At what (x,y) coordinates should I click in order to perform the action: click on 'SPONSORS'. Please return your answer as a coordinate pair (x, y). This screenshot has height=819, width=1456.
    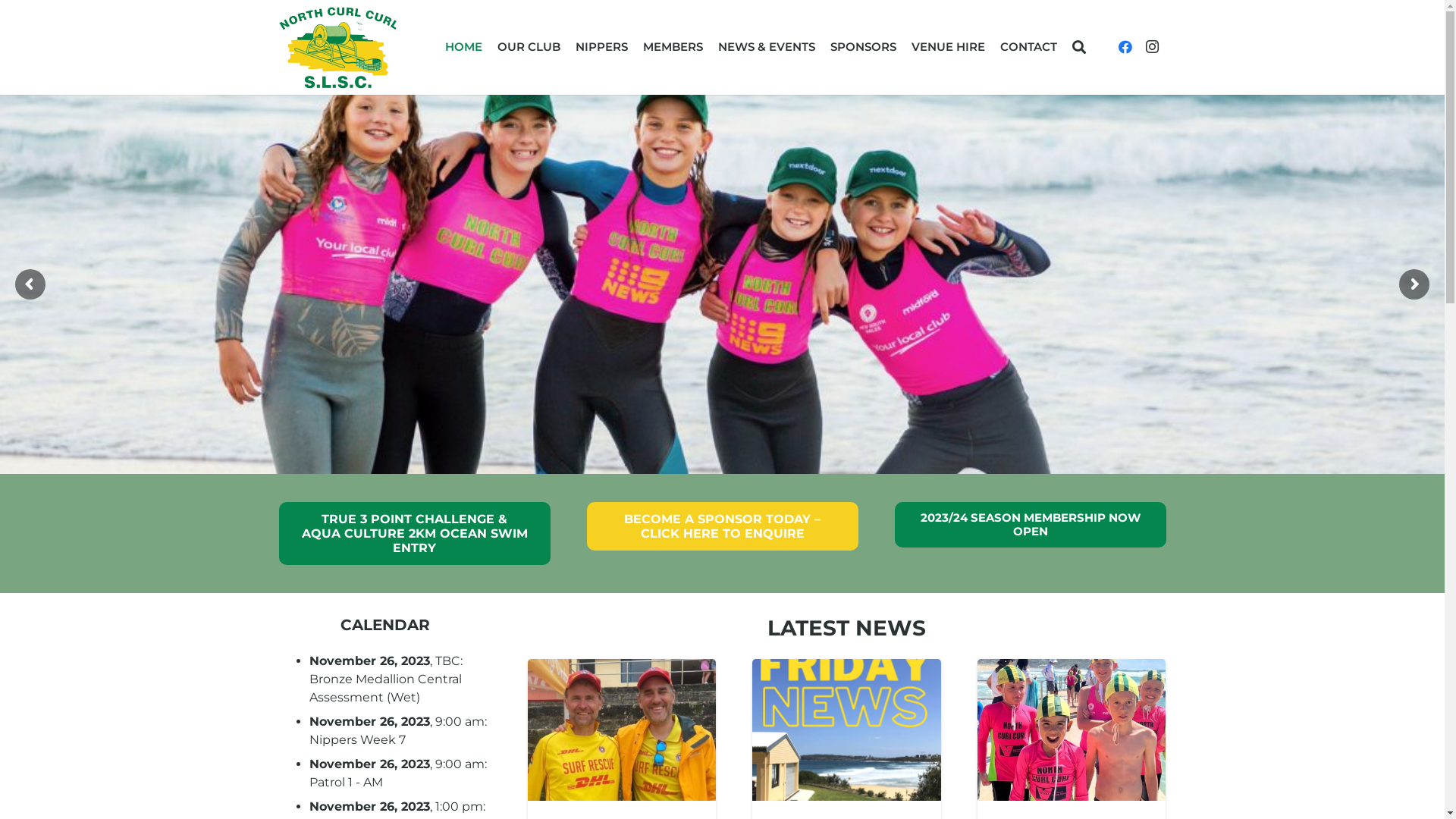
    Looking at the image, I should click on (821, 45).